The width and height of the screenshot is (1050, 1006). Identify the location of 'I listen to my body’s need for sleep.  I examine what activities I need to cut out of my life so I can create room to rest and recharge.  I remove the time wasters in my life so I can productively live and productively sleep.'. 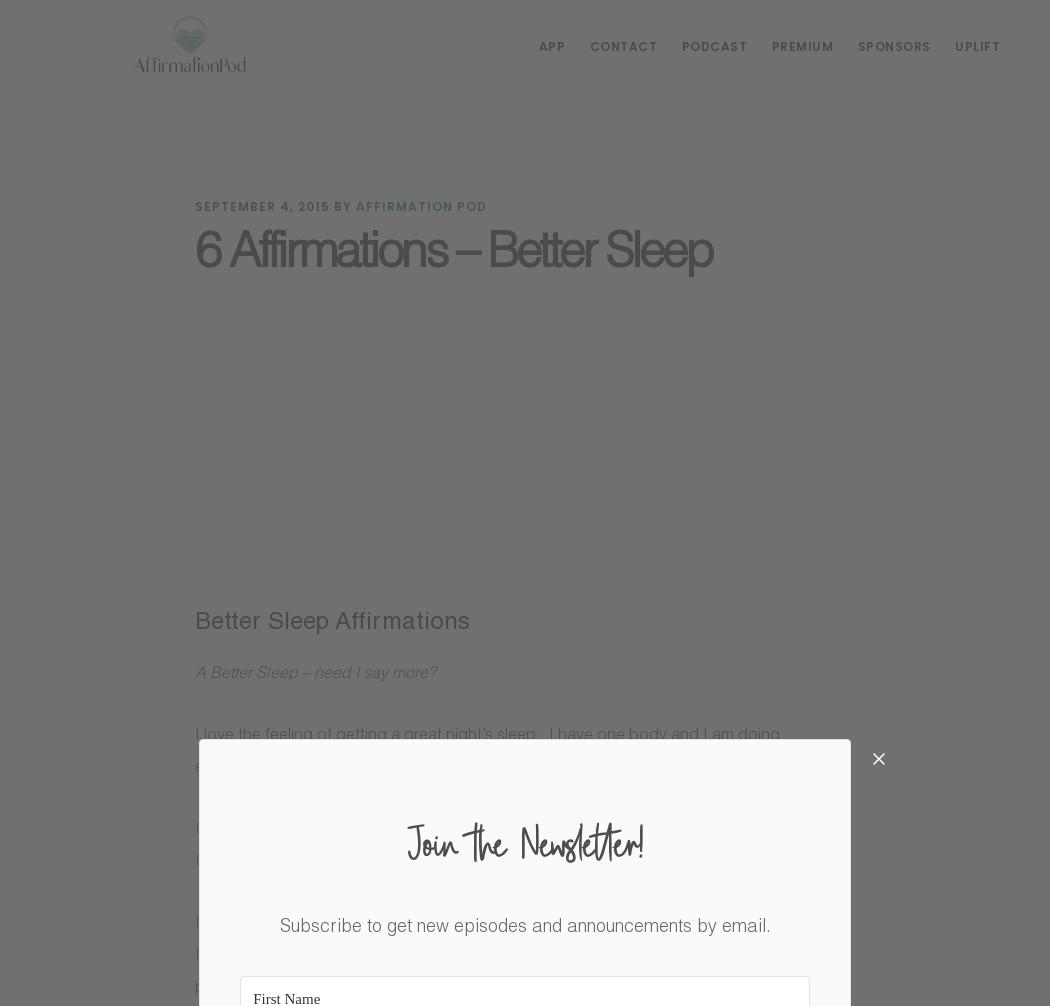
(520, 955).